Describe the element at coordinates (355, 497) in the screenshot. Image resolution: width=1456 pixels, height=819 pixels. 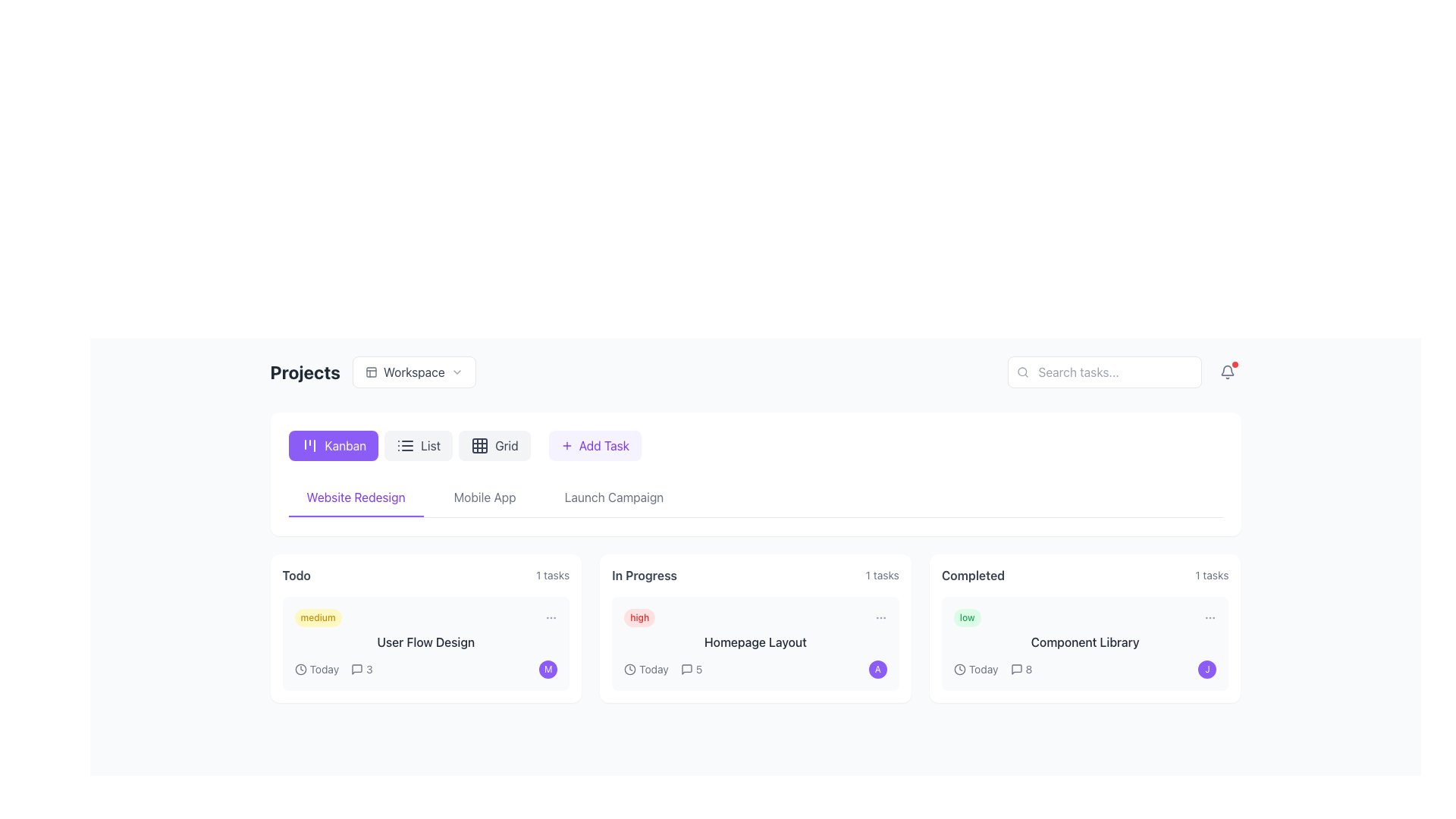
I see `the first navigation link in the horizontal navigation bar that directs to 'Website Redesign'` at that location.